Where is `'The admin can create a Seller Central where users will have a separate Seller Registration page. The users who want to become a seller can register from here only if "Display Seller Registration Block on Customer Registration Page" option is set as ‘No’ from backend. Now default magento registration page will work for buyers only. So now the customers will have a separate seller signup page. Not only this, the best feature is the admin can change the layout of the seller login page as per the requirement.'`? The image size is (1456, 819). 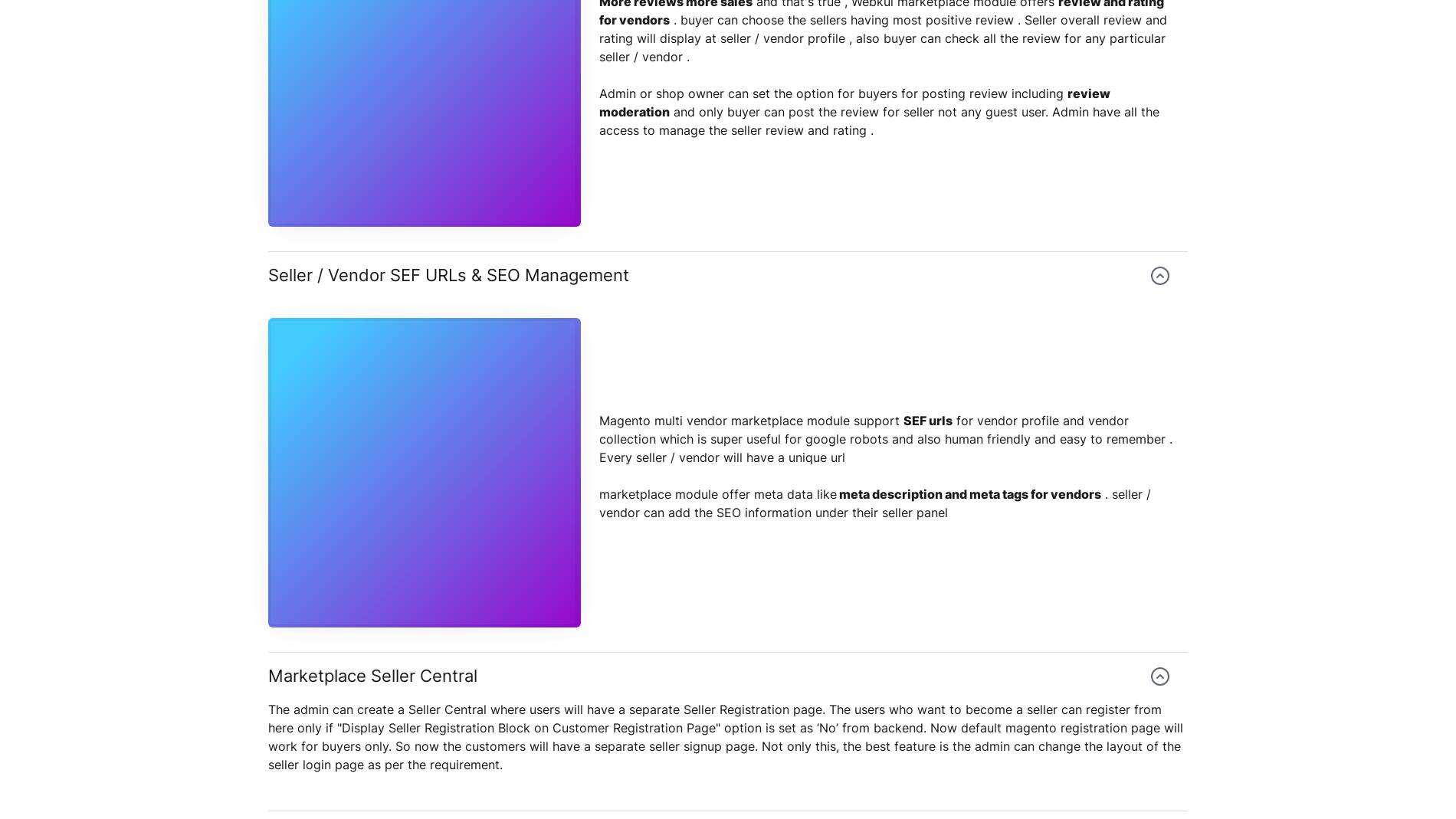 'The admin can create a Seller Central where users will have a separate Seller Registration page. The users who want to become a seller can register from here only if "Display Seller Registration Block on Customer Registration Page" option is set as ‘No’ from backend. Now default magento registration page will work for buyers only. So now the customers will have a separate seller signup page. Not only this, the best feature is the admin can change the layout of the seller login page as per the requirement.' is located at coordinates (267, 735).